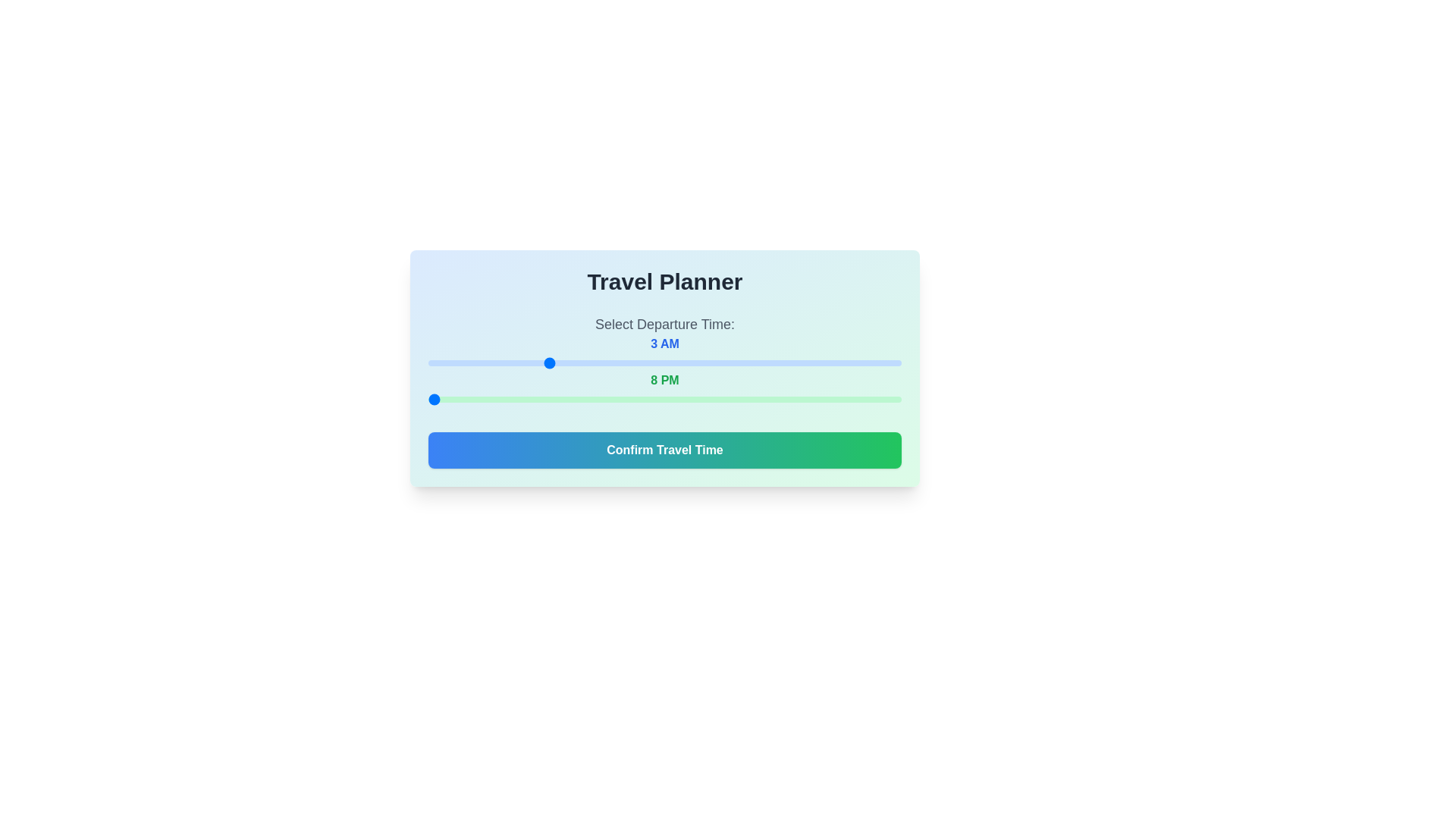  Describe the element at coordinates (704, 362) in the screenshot. I see `departure time` at that location.